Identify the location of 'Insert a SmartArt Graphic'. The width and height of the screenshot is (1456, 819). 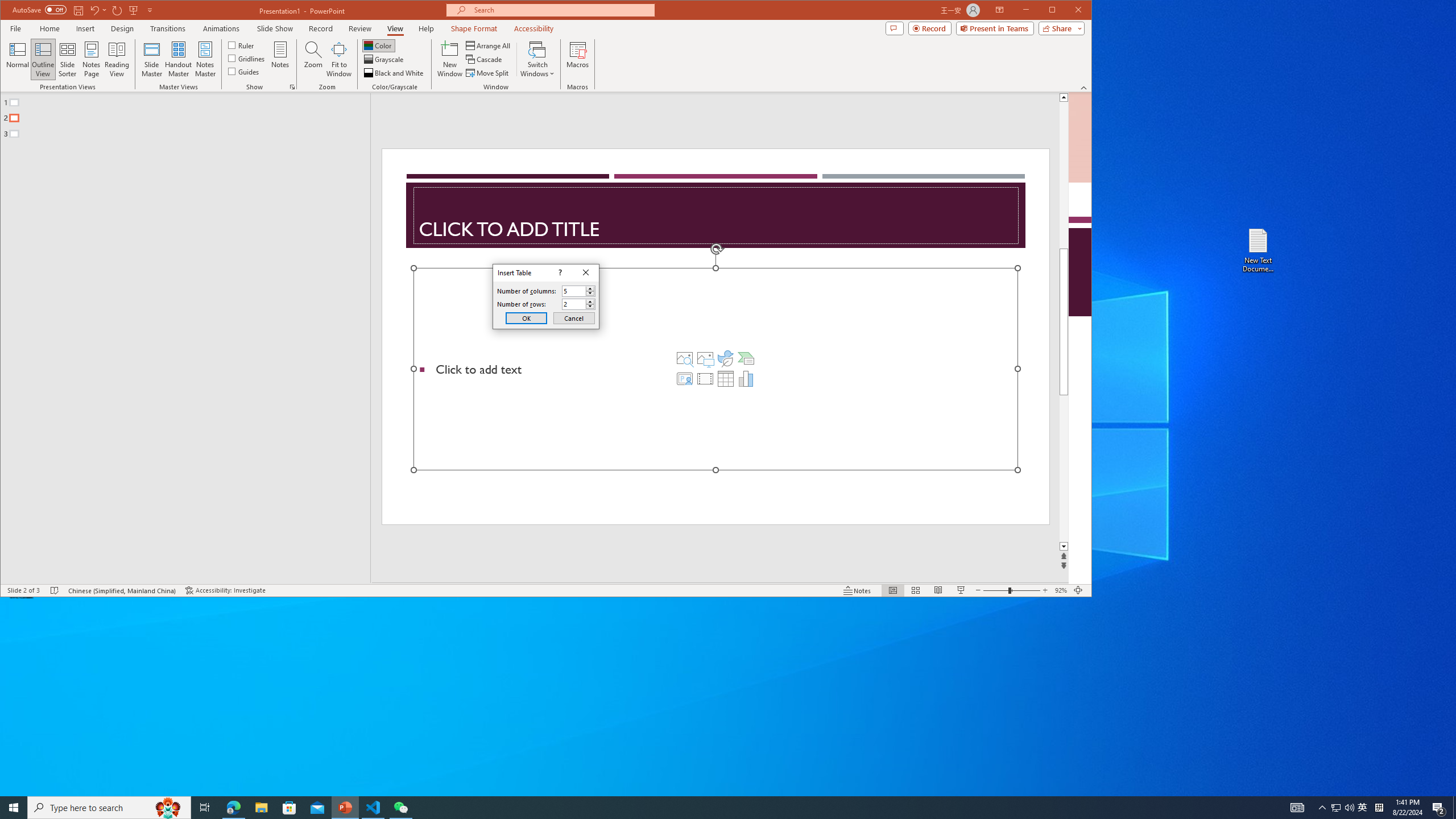
(746, 358).